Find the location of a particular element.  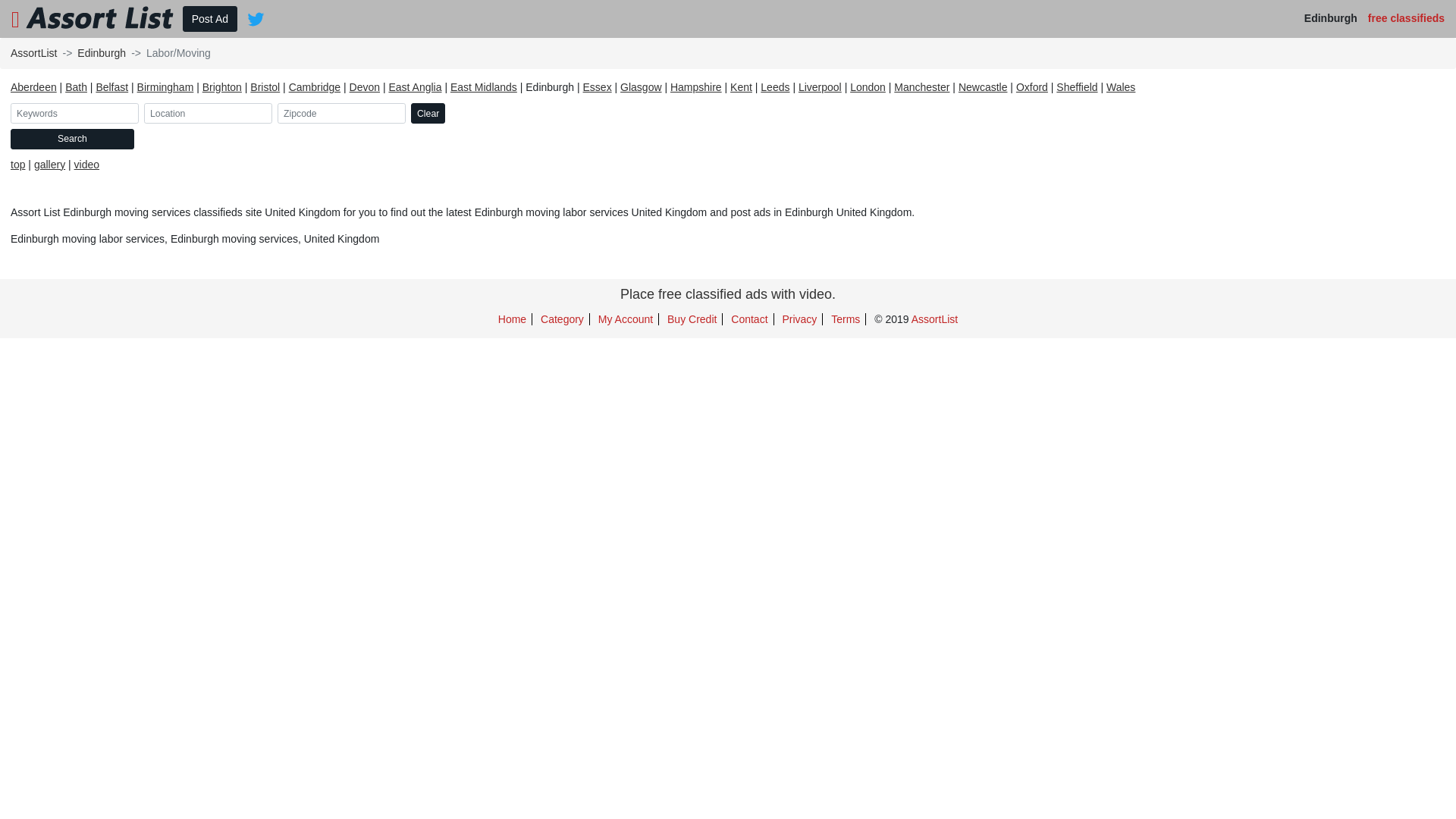

'East Midlands' is located at coordinates (483, 87).